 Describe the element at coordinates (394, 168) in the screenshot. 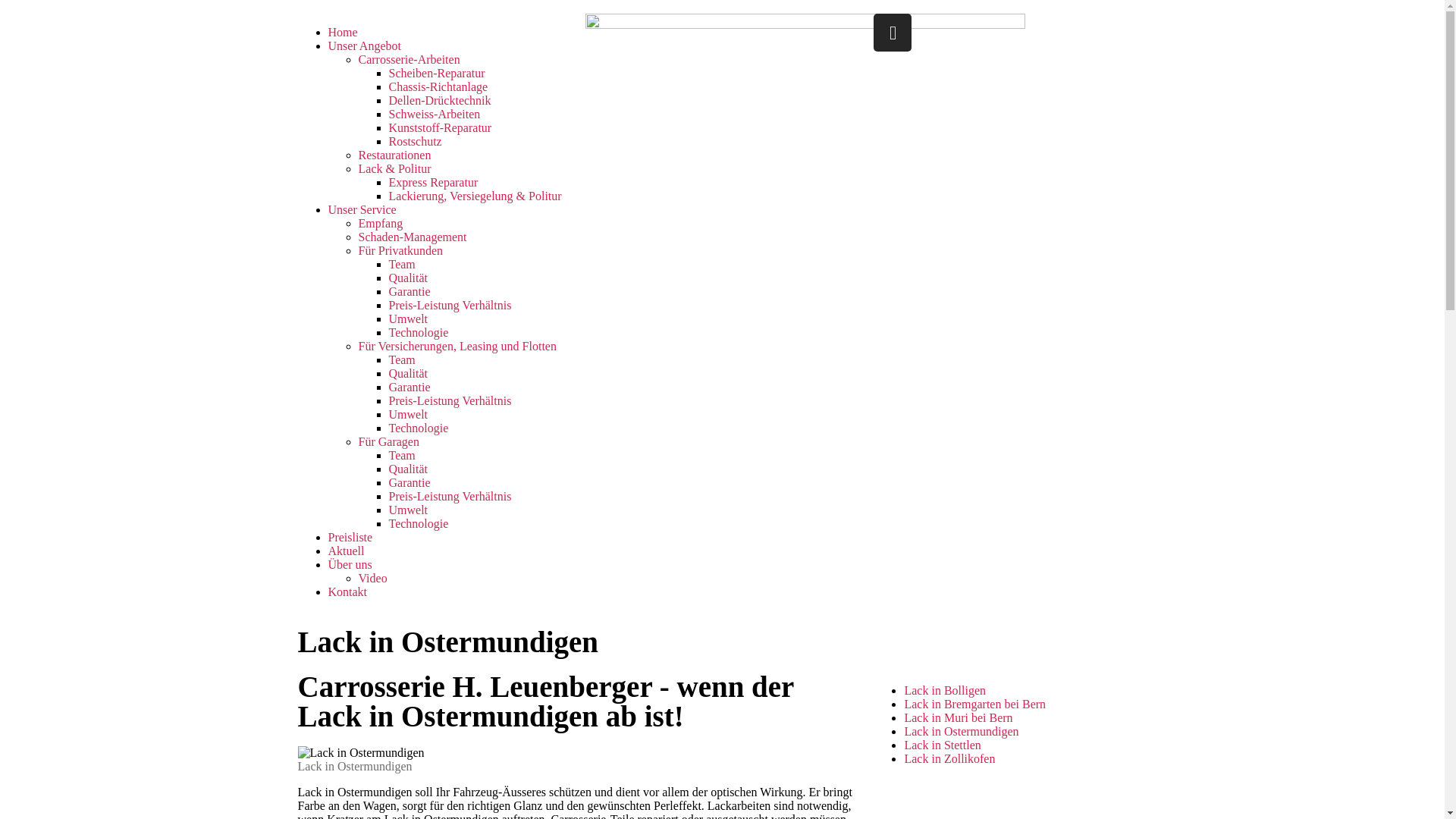

I see `'Lack & Politur'` at that location.